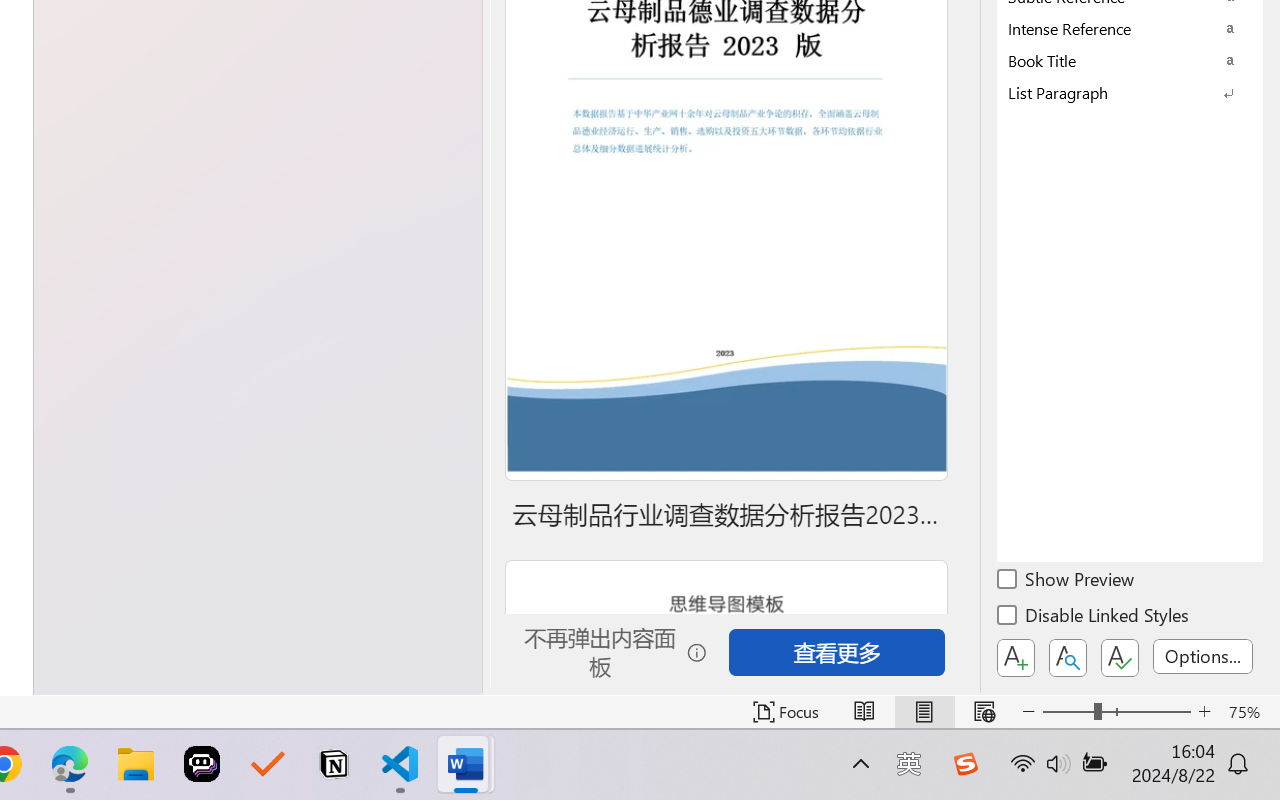 This screenshot has width=1280, height=800. I want to click on 'Class: NetUIImage', so click(1115, 92).